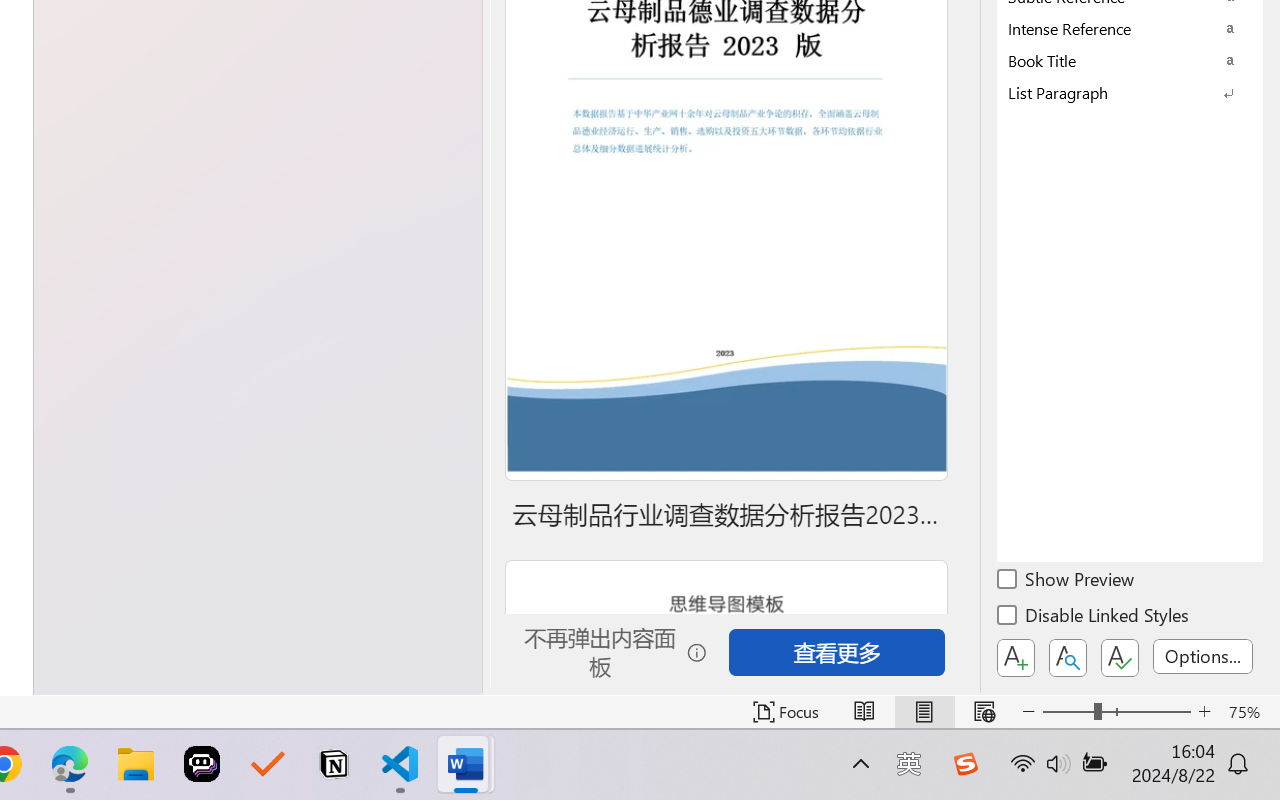 This screenshot has width=1280, height=800. I want to click on 'Class: NetUIImage', so click(1115, 92).